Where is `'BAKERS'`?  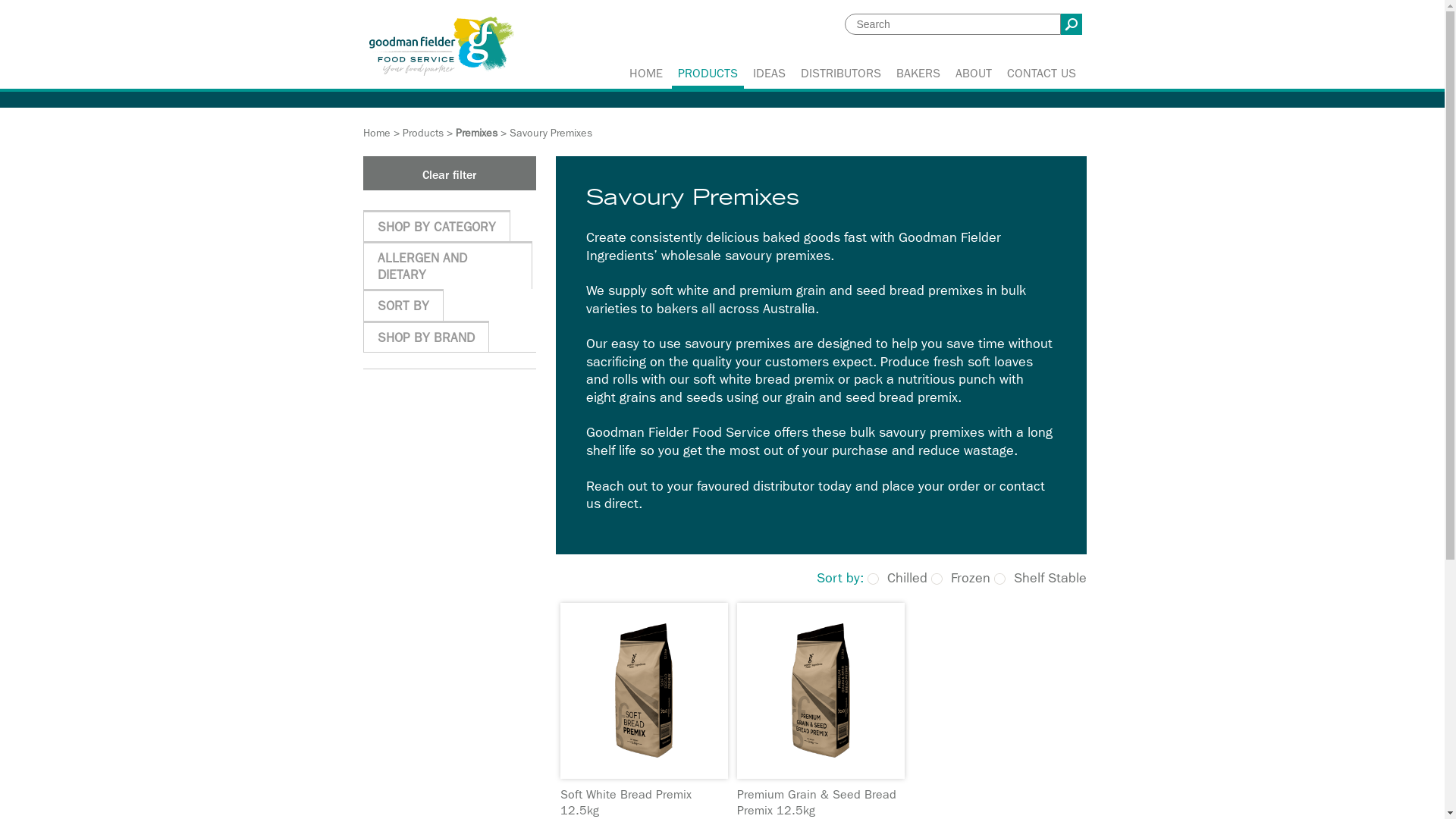 'BAKERS' is located at coordinates (917, 74).